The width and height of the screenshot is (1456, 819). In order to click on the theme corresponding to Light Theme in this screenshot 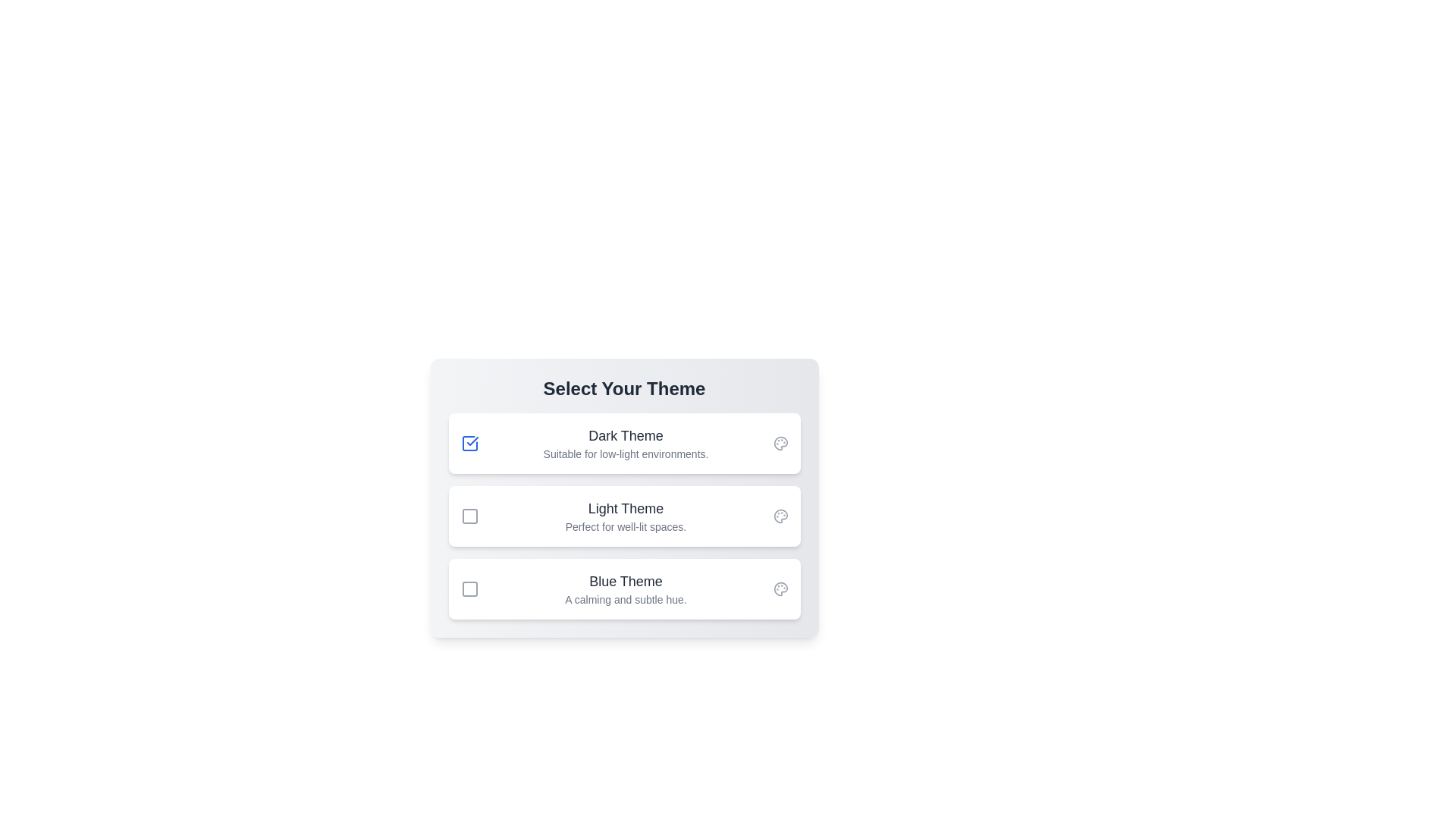, I will do `click(469, 516)`.